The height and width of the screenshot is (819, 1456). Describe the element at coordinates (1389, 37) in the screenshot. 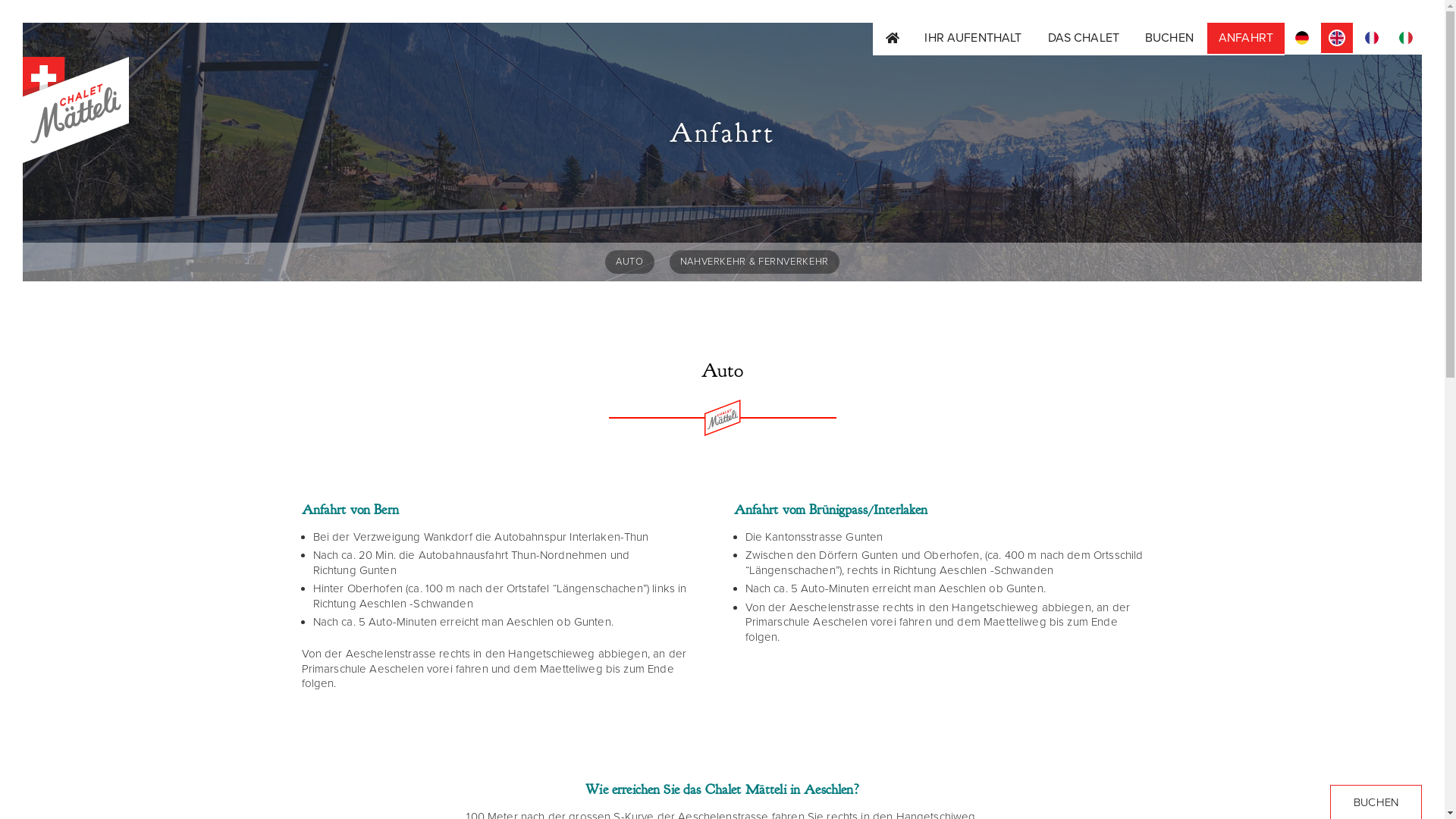

I see `'Italian'` at that location.